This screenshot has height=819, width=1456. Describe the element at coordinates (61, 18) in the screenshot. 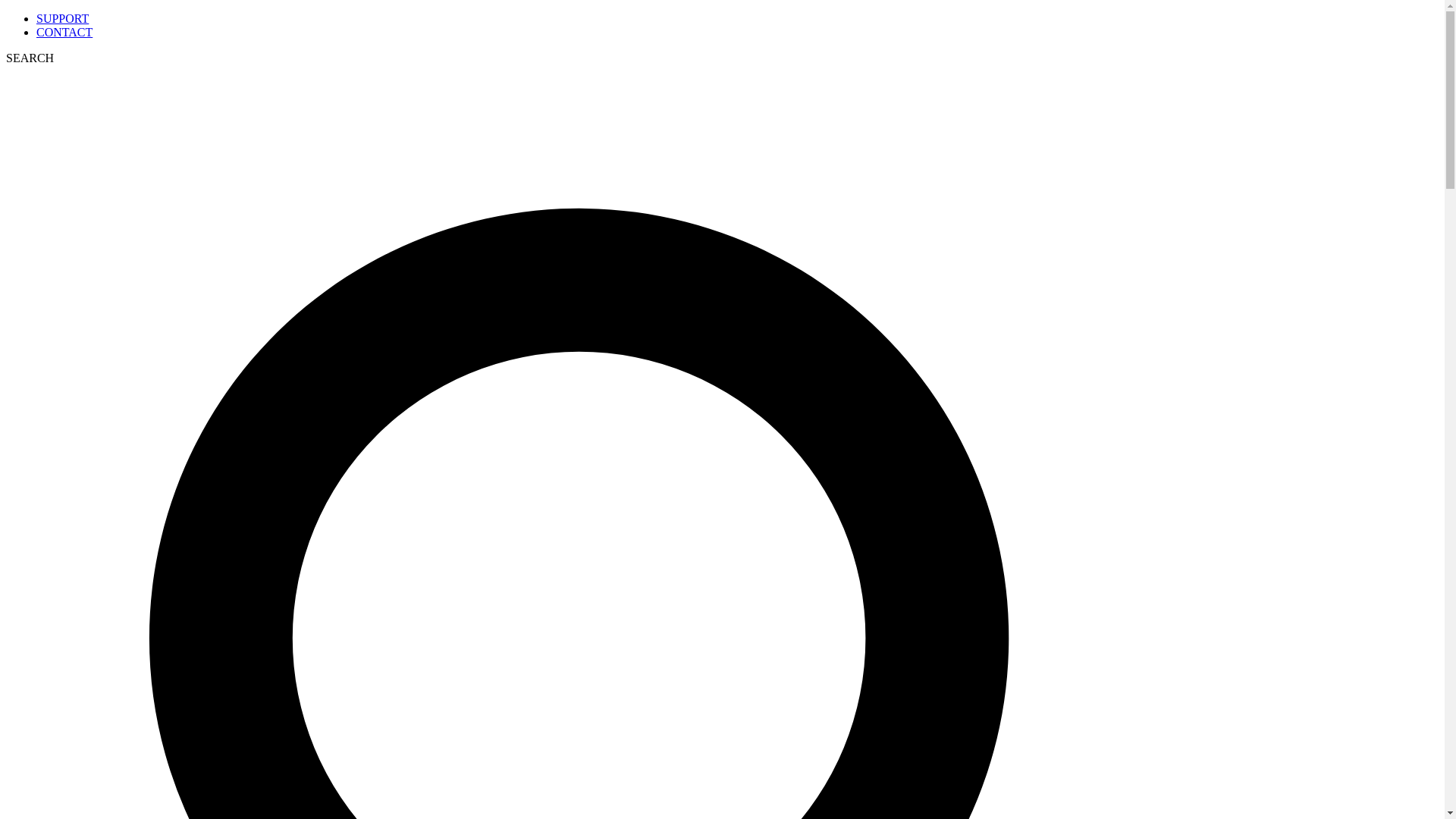

I see `'SUPPORT'` at that location.